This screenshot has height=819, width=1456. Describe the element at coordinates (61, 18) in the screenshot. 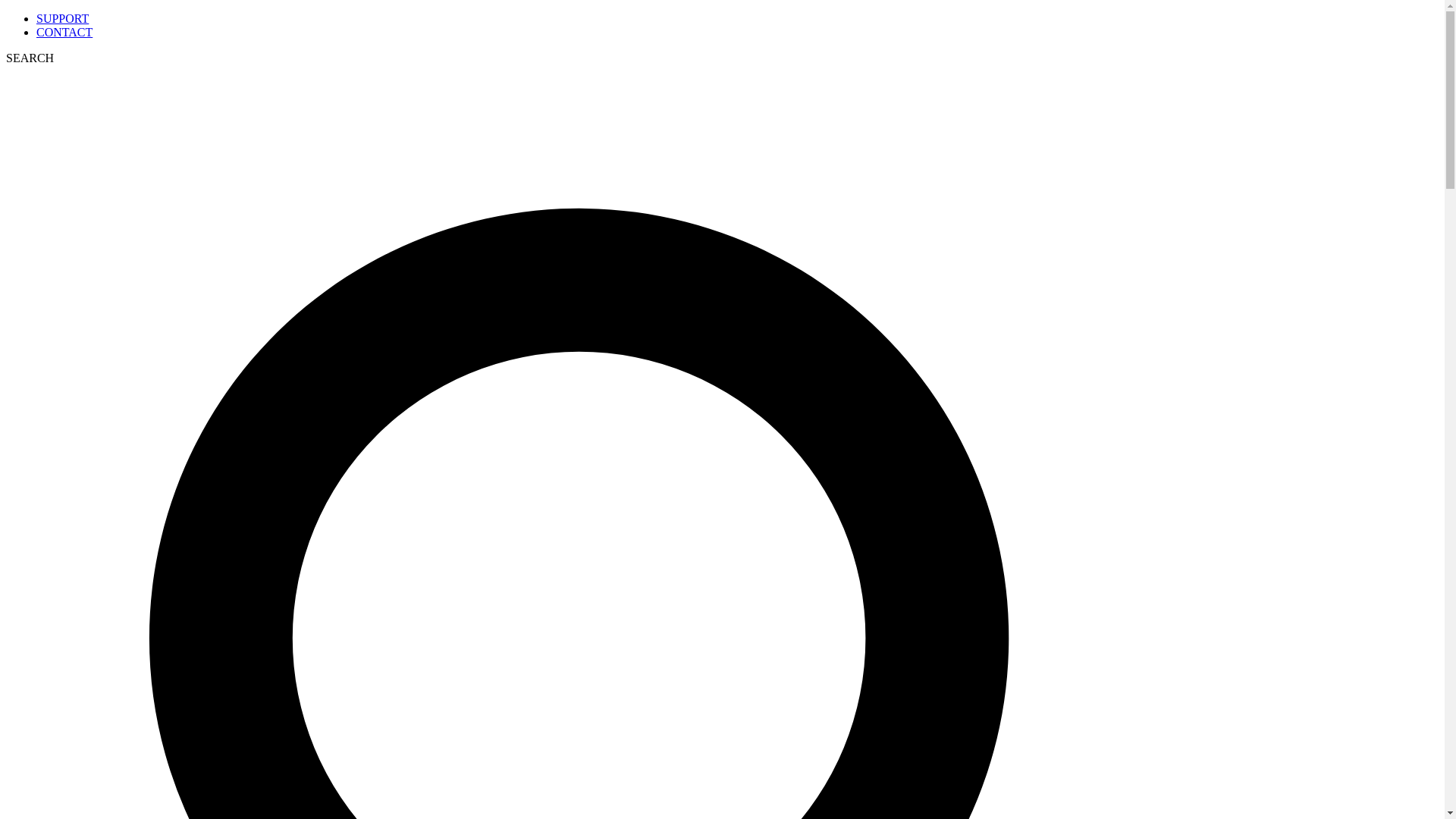

I see `'SUPPORT'` at that location.